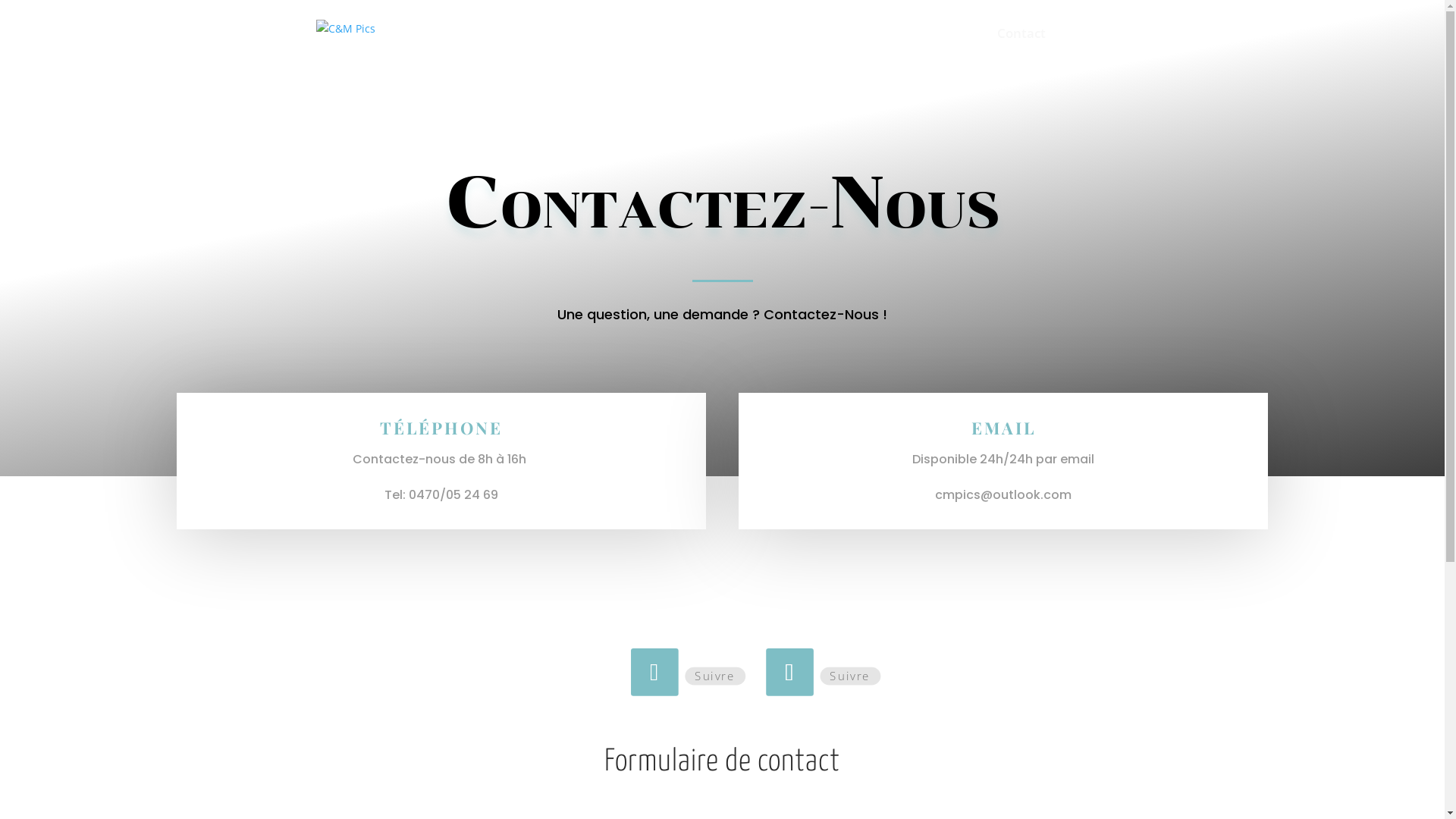 The height and width of the screenshot is (819, 1456). I want to click on 'Accueil', so click(881, 46).